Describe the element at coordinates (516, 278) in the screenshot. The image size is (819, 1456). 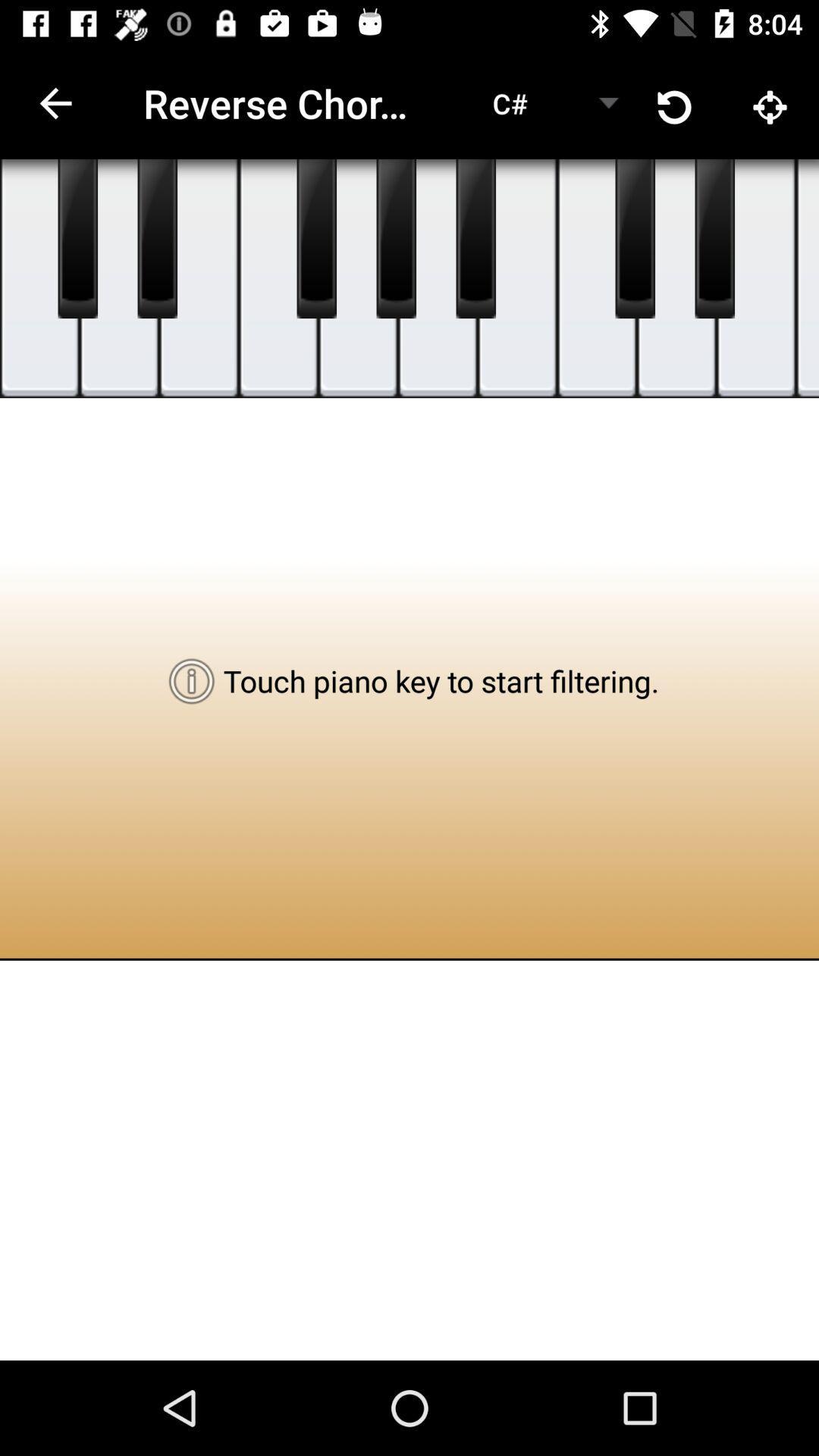
I see `the icon below c# icon` at that location.